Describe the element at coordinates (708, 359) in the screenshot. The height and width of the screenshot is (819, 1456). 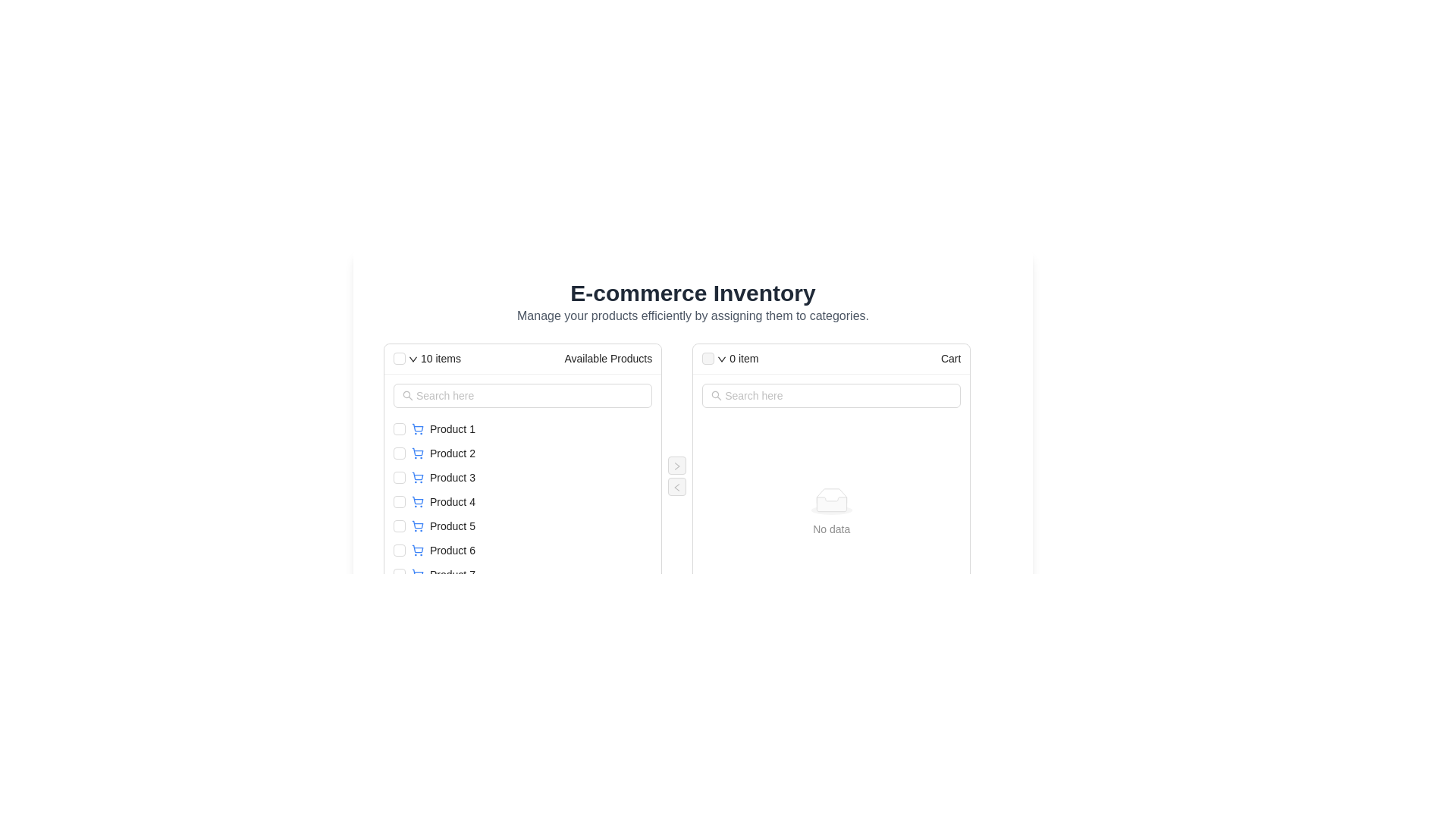
I see `the disabled checkbox located in the header area of the 'Cart' section in the 'E-commerce Inventory' interface, which is the first interactive component aligned with the '0 item' text` at that location.